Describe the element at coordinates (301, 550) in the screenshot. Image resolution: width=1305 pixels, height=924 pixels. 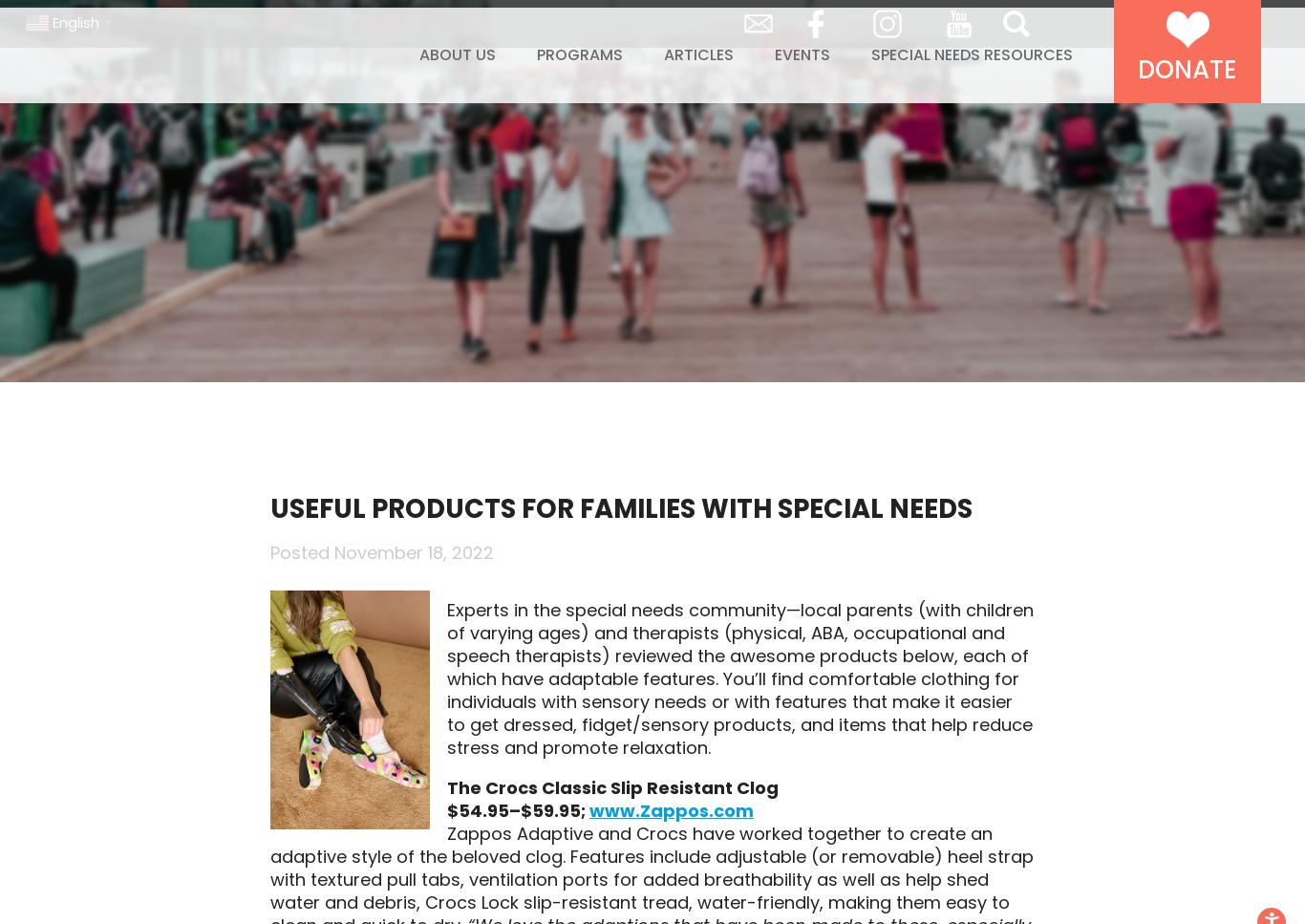
I see `'Posted'` at that location.